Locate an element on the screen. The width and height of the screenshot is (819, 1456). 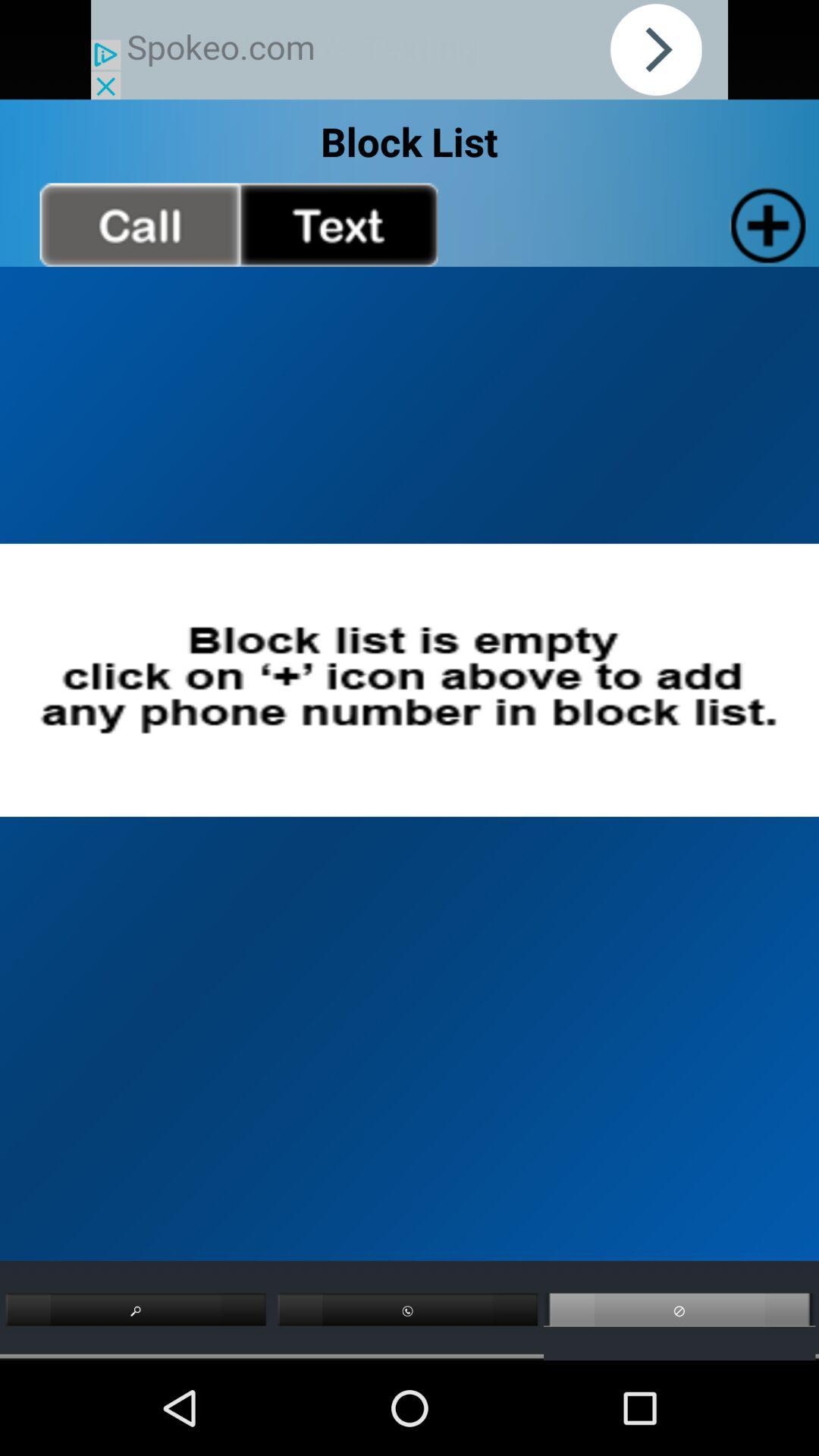
phone to text block list is located at coordinates (337, 224).